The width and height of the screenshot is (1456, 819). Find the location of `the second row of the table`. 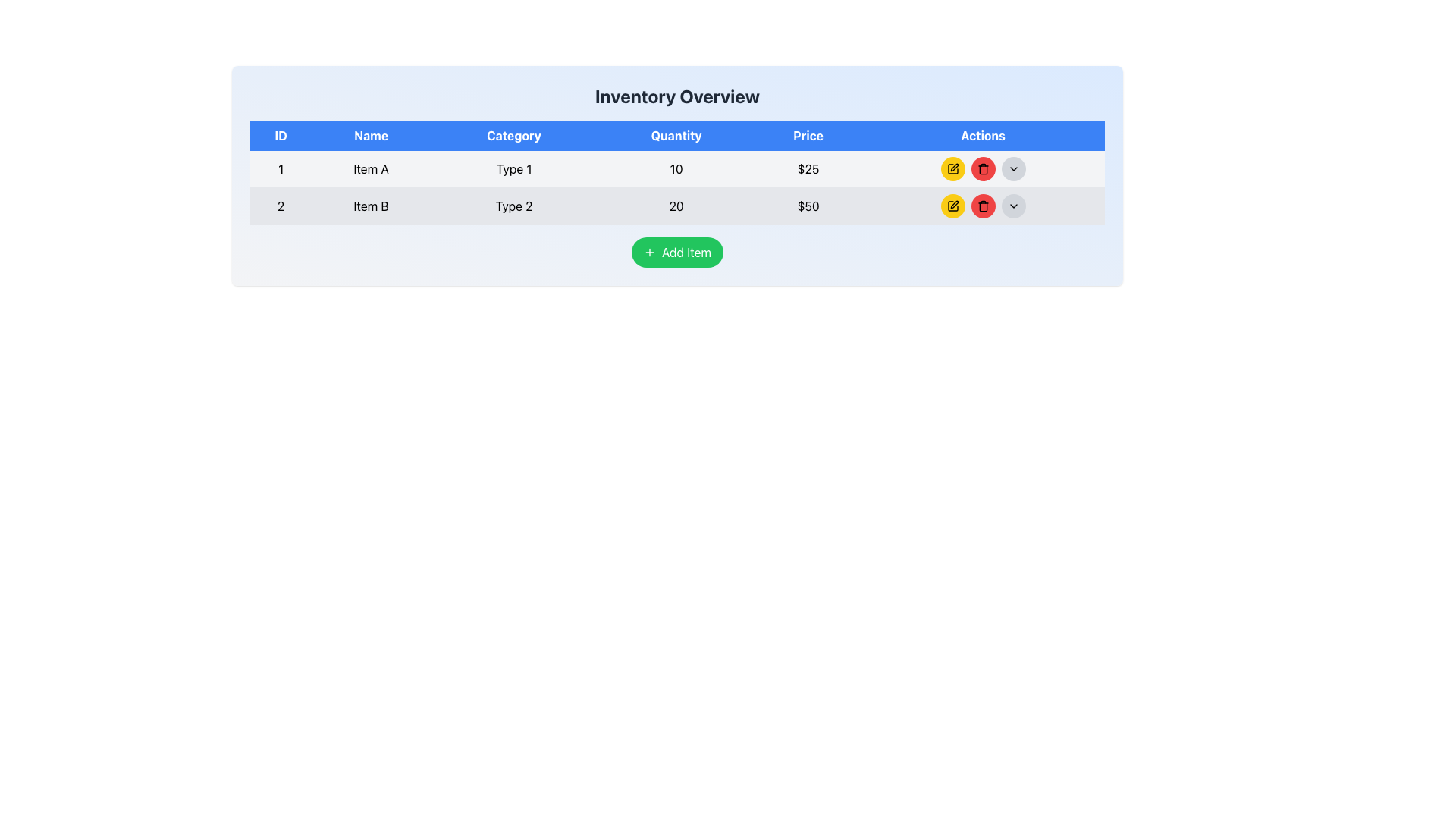

the second row of the table is located at coordinates (676, 206).